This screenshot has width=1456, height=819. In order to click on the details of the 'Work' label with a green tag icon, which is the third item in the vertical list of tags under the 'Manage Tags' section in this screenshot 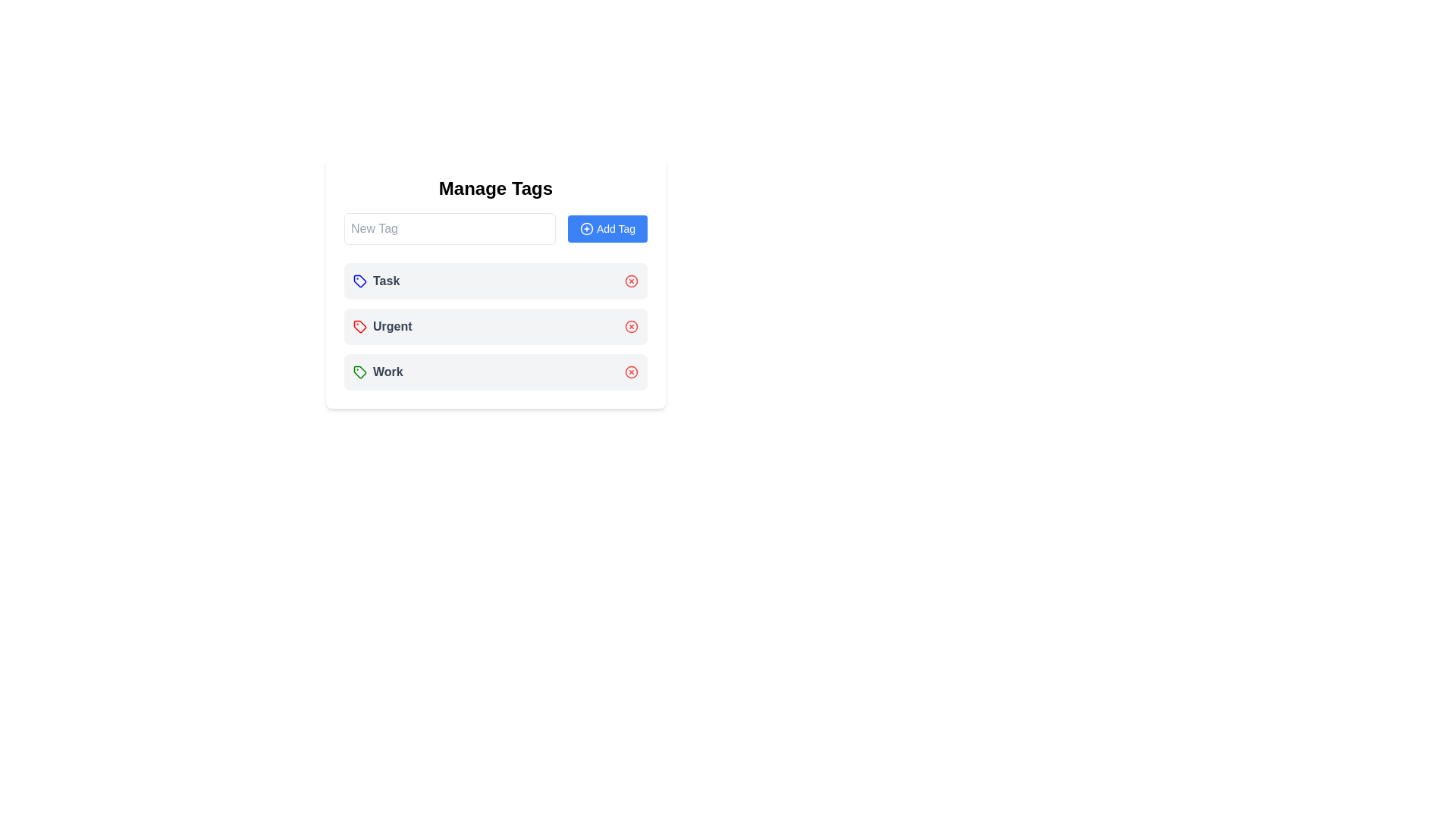, I will do `click(378, 372)`.